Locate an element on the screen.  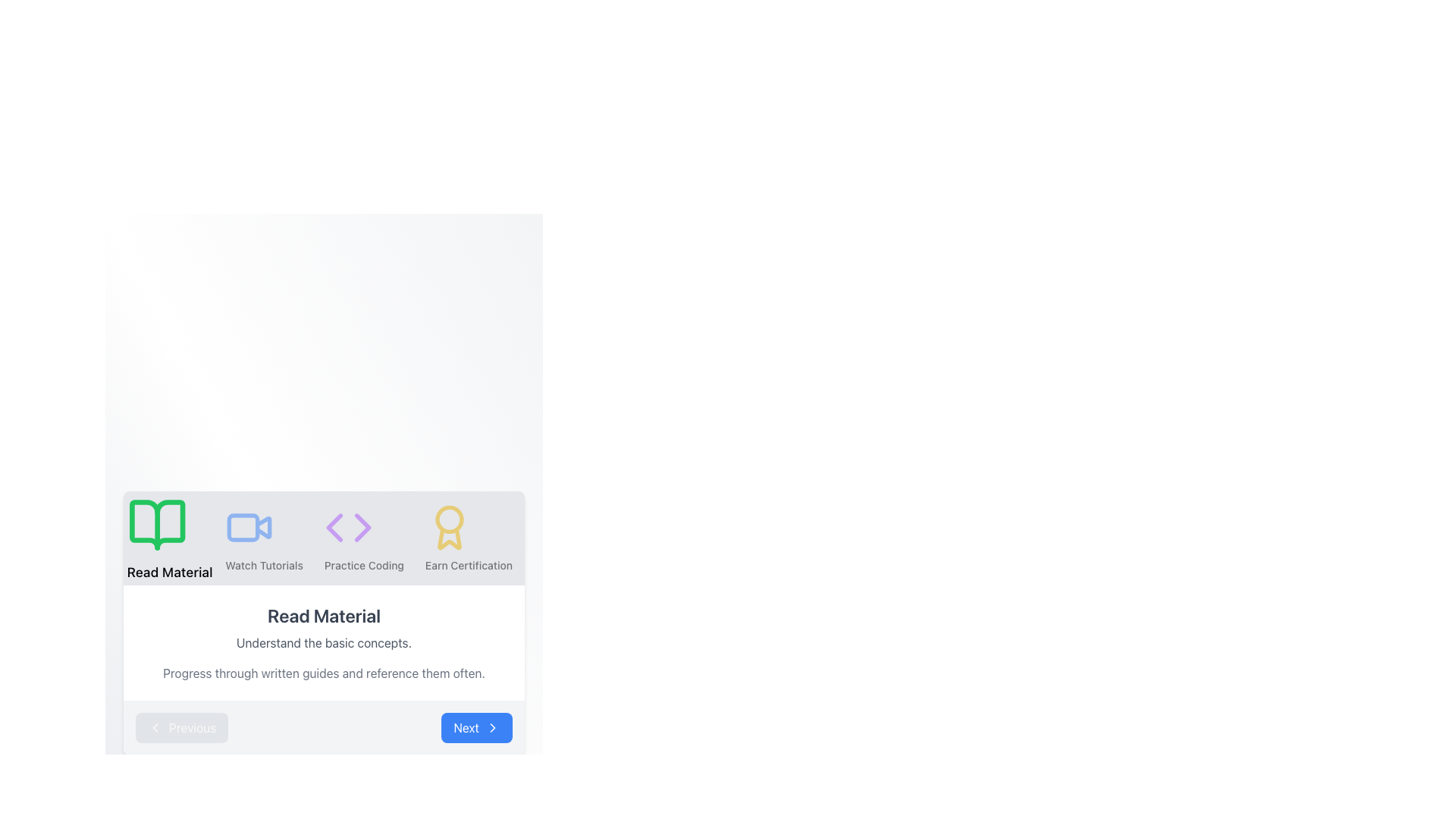
the 'Next' button, which is a rectangular button with bold white text on a blue background, located at the bottom right corner of the interface is located at coordinates (476, 727).